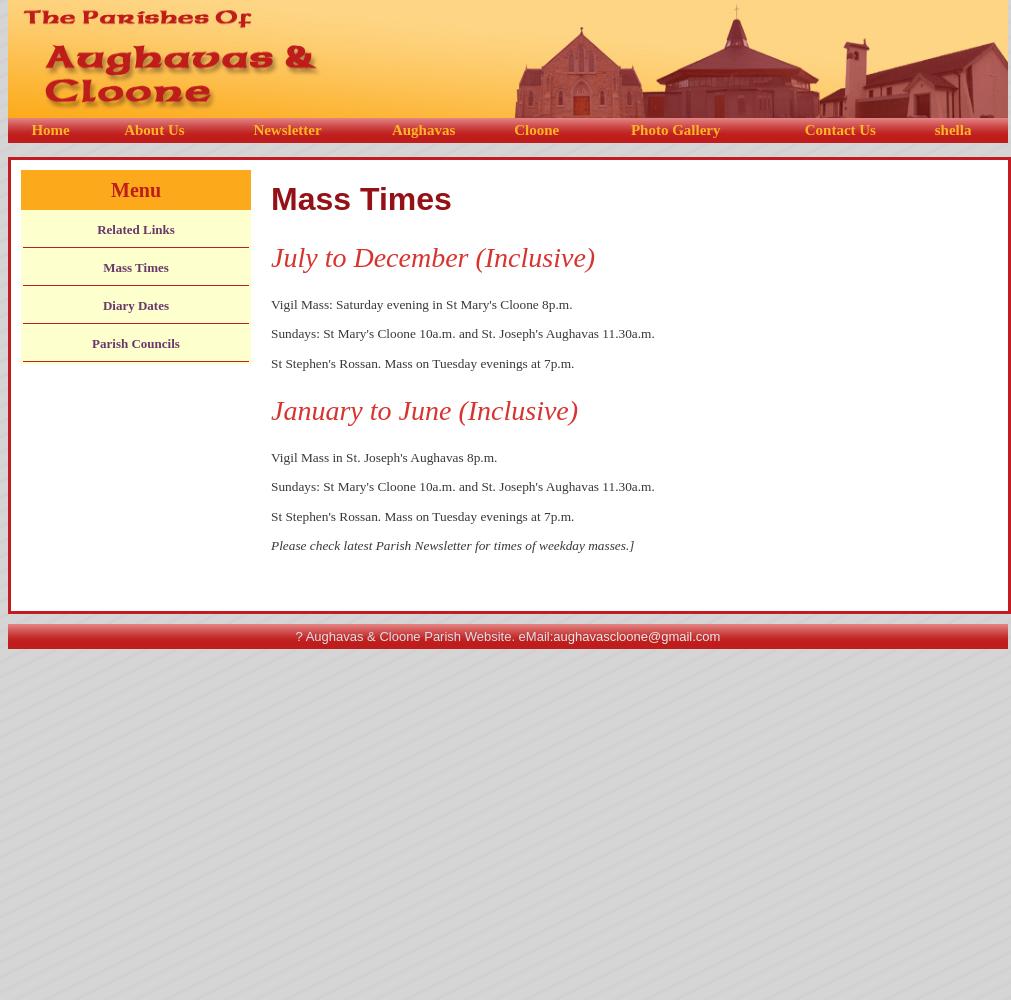 This screenshot has width=1011, height=1000. I want to click on 'About Us', so click(152, 130).